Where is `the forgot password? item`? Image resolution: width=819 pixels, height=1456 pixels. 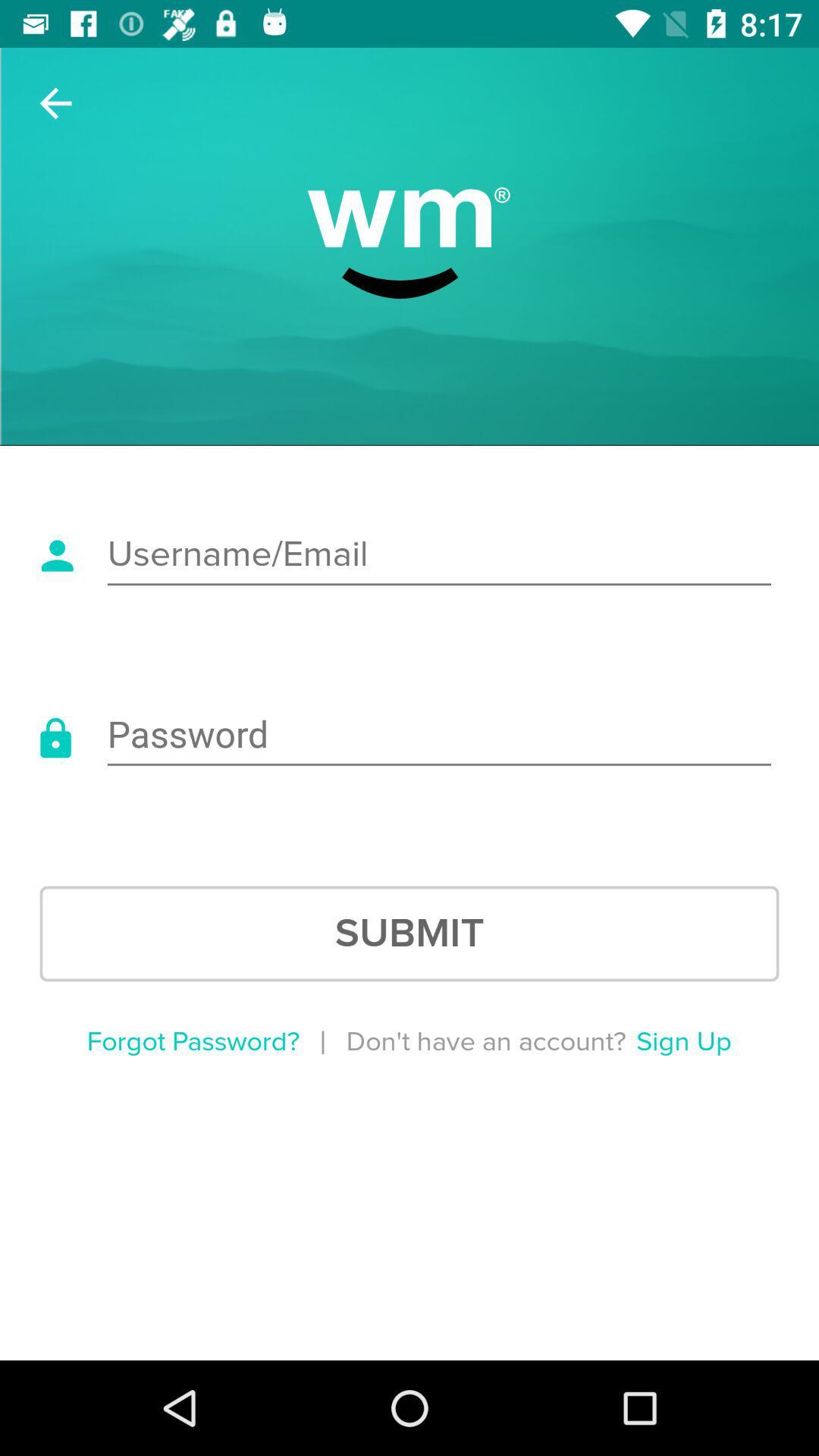
the forgot password? item is located at coordinates (192, 1041).